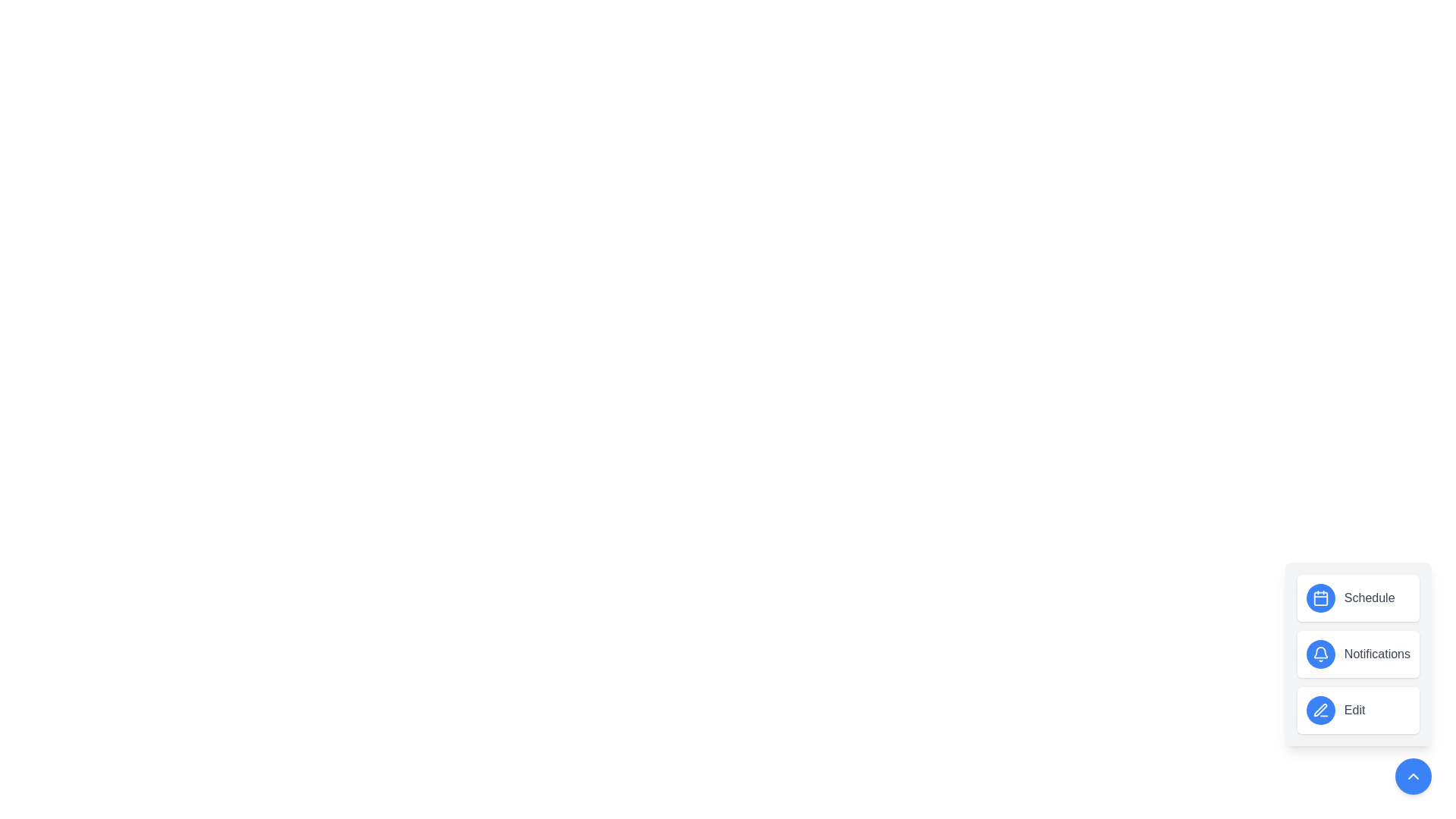 The image size is (1456, 819). I want to click on the 'Edit' button to select the 'Edit' option, so click(1358, 711).